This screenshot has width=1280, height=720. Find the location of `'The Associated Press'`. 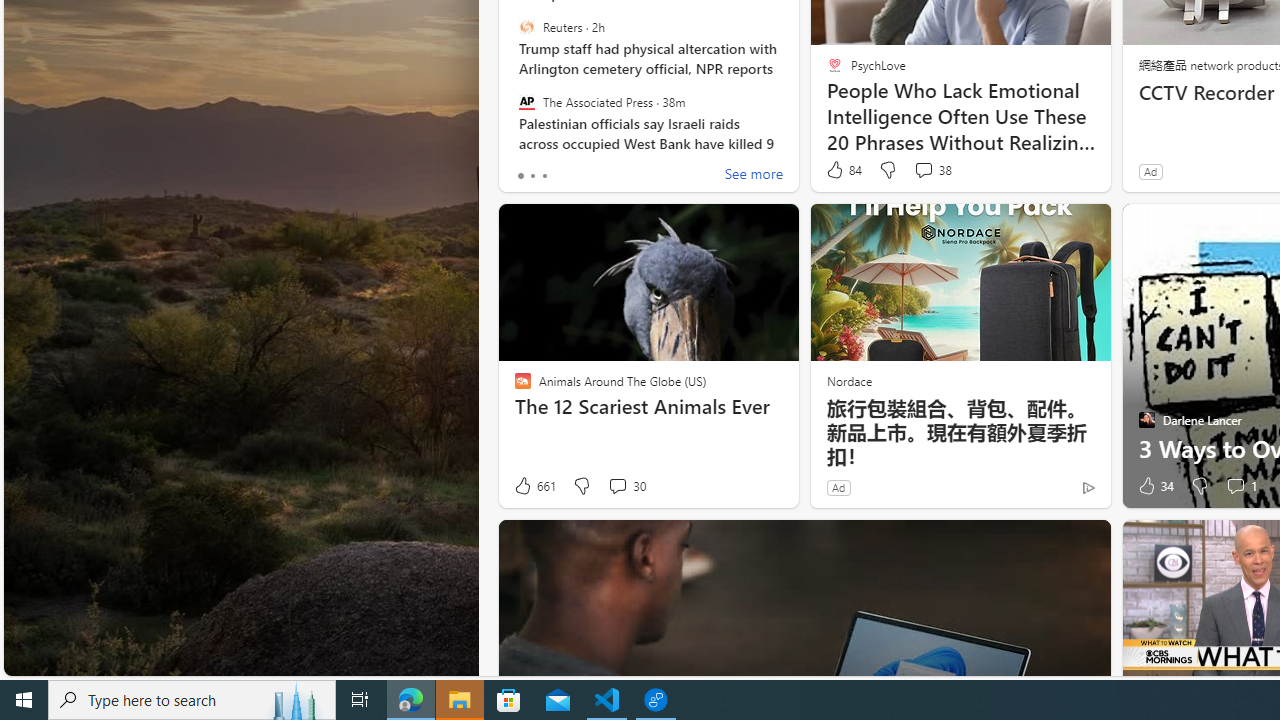

'The Associated Press' is located at coordinates (526, 101).